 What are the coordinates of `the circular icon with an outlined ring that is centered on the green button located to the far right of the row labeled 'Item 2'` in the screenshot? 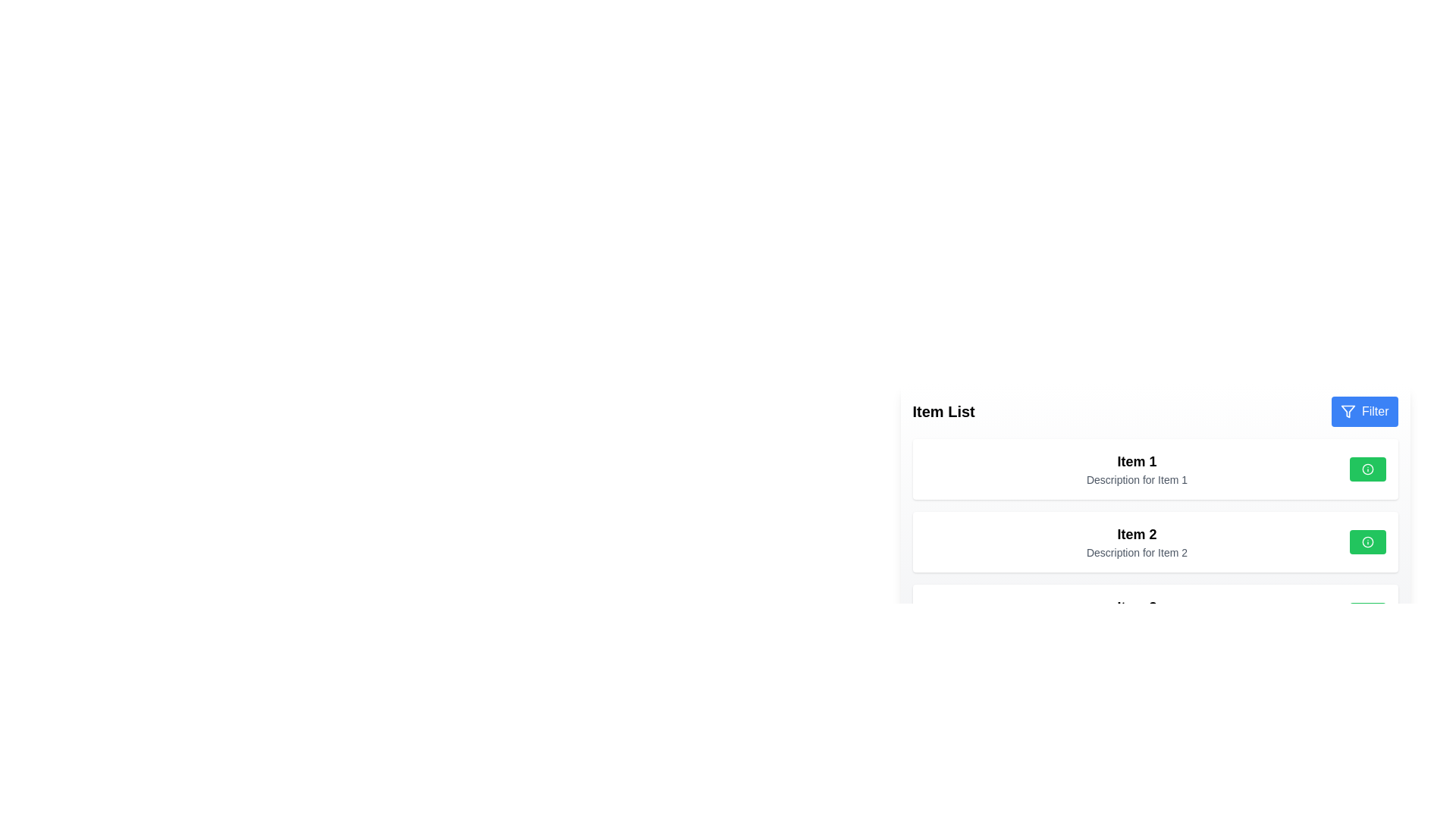 It's located at (1367, 541).